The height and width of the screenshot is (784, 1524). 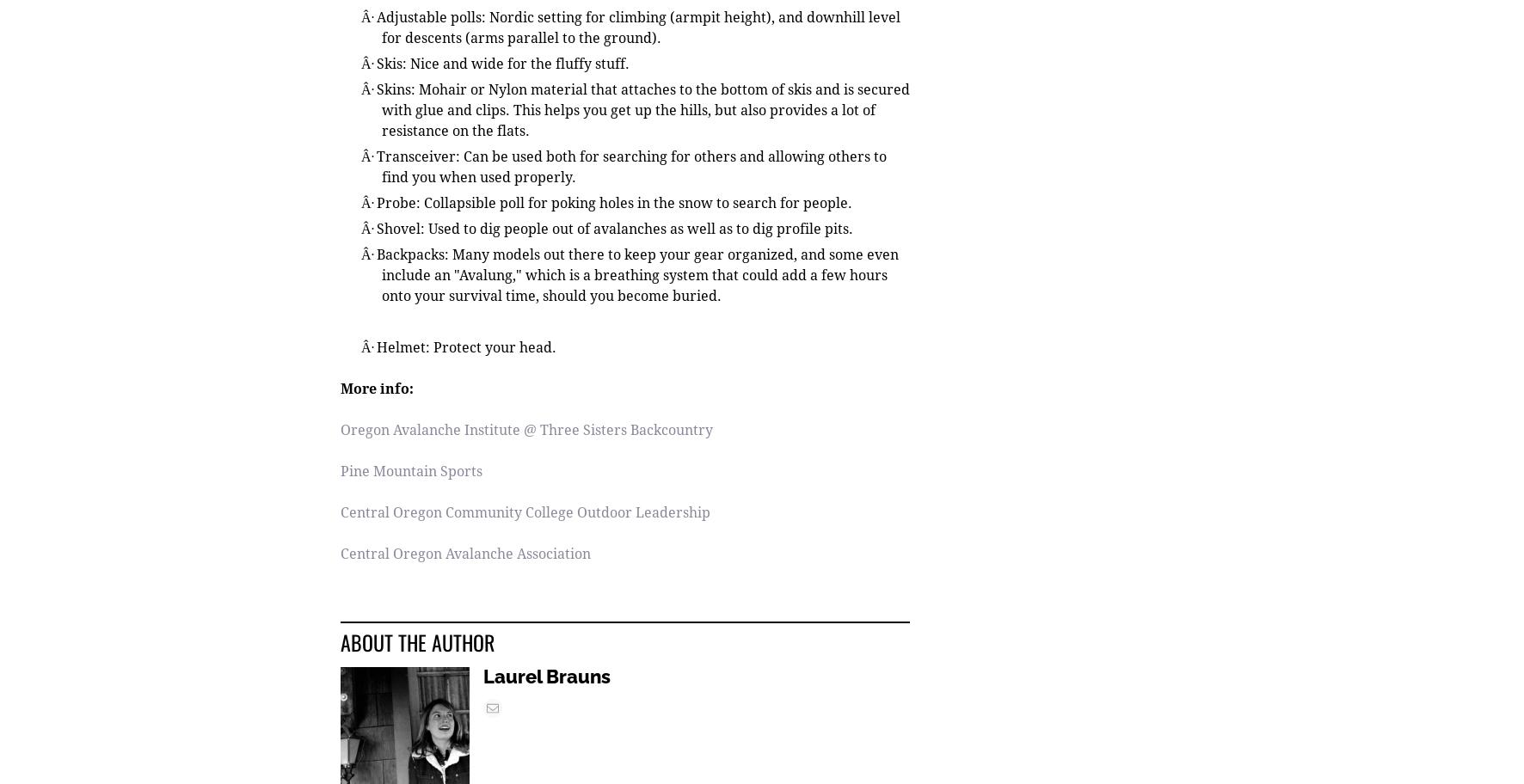 What do you see at coordinates (464, 348) in the screenshot?
I see `'Helmet: Protect your head.'` at bounding box center [464, 348].